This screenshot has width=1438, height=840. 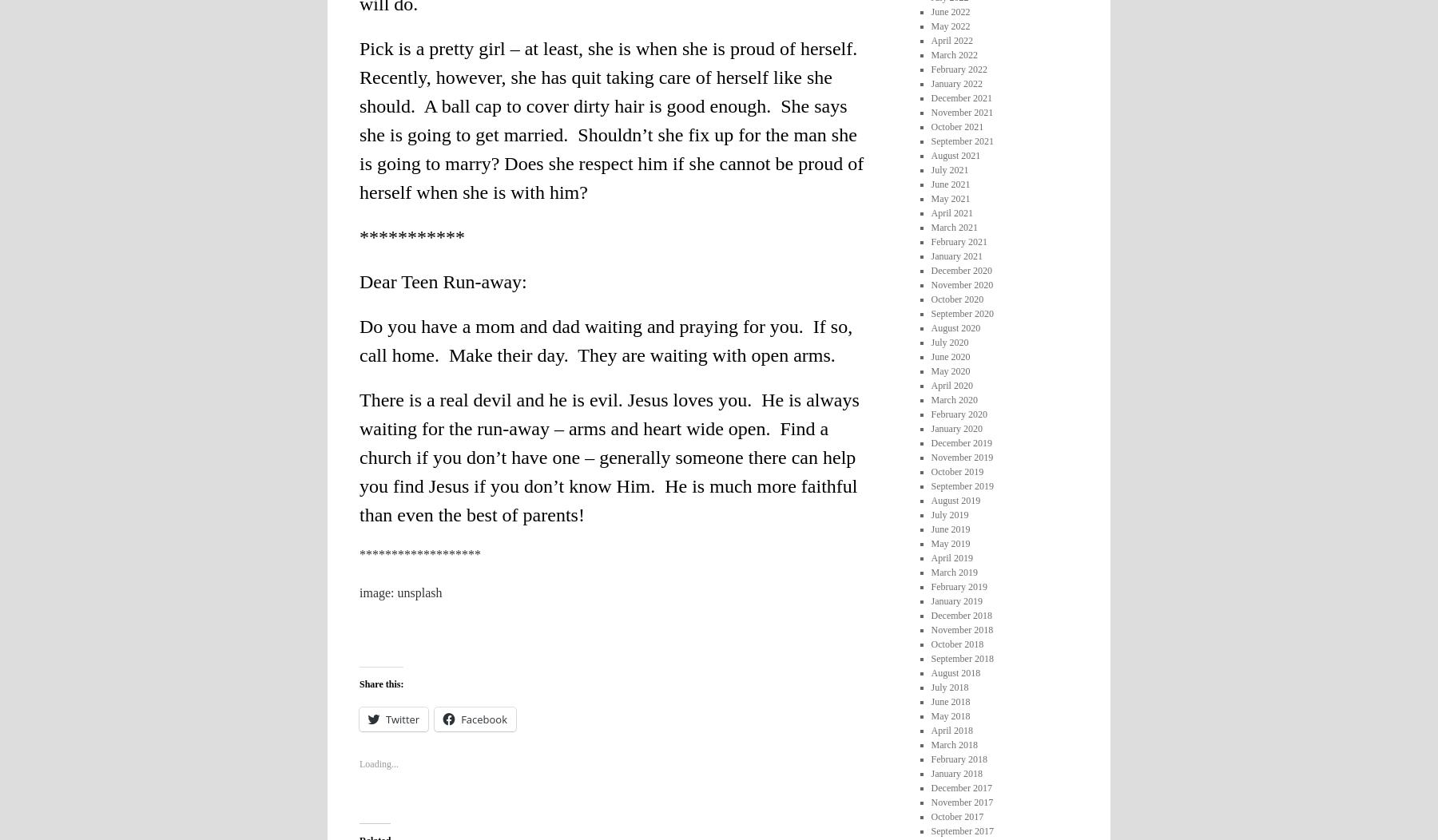 What do you see at coordinates (952, 571) in the screenshot?
I see `'March 2019'` at bounding box center [952, 571].